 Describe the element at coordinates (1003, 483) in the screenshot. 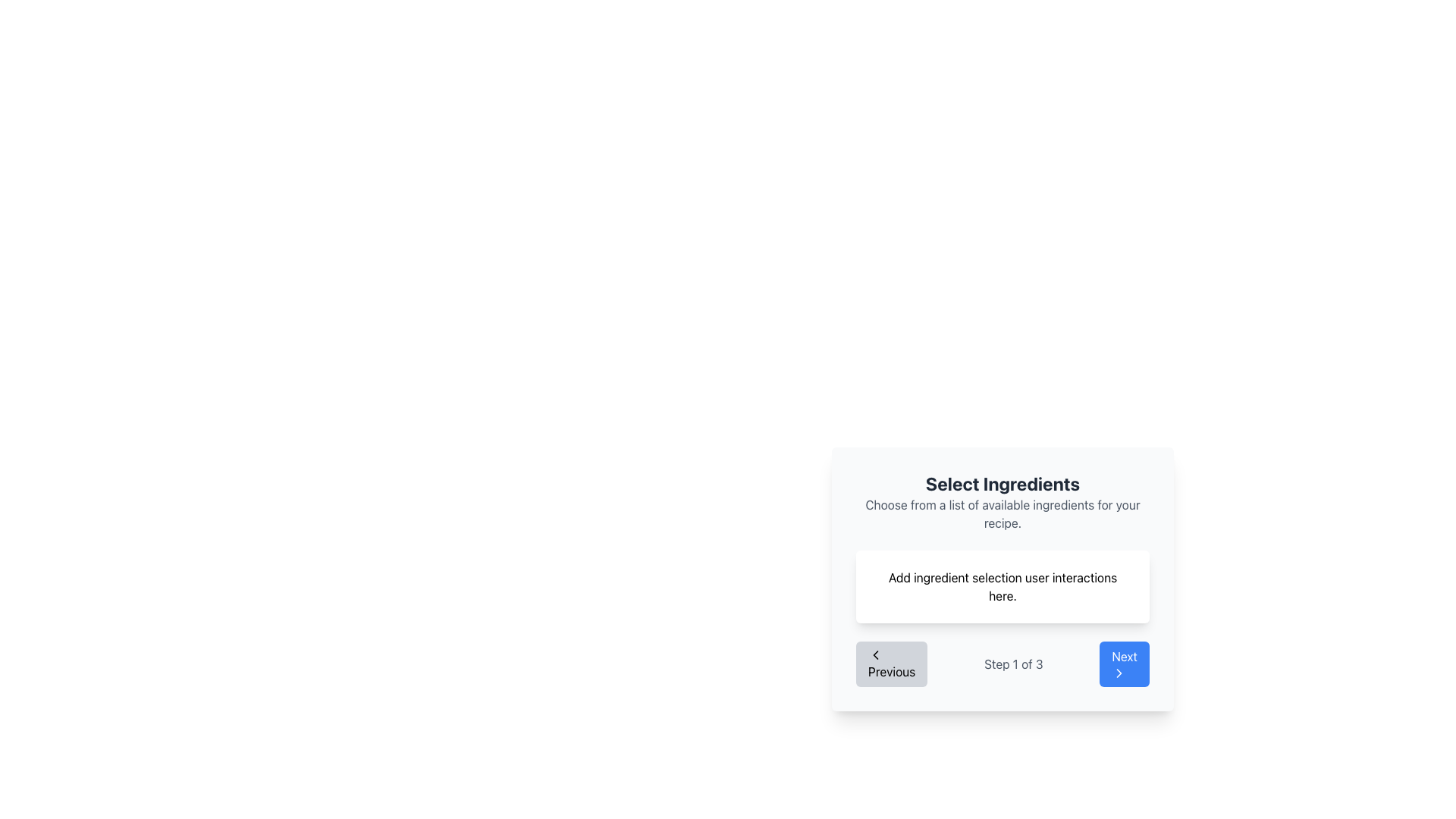

I see `the bolded text element reading 'Select Ingredients' which is positioned centrally at the top of a white rectangular section` at that location.